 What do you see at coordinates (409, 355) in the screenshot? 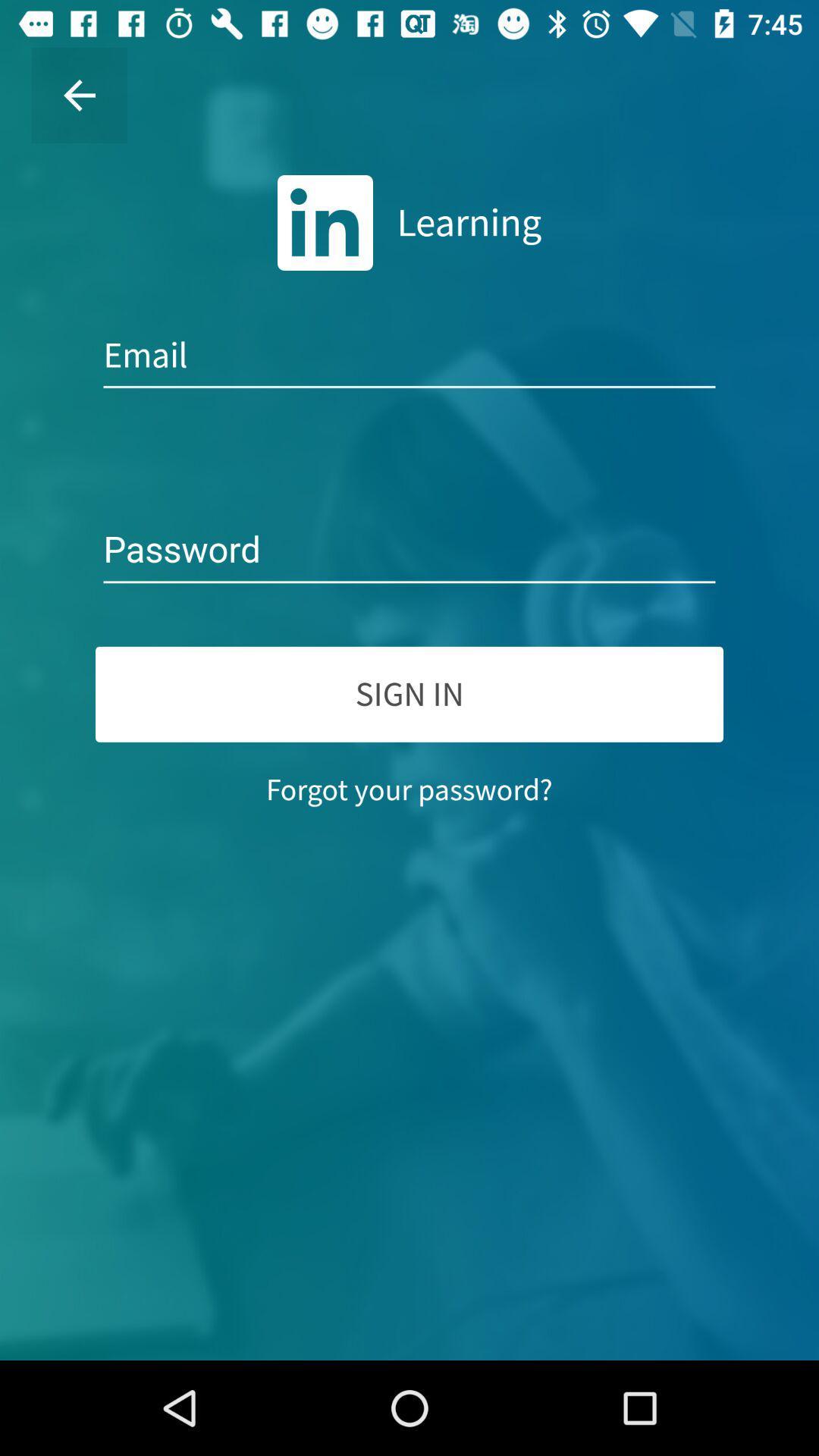
I see `email` at bounding box center [409, 355].